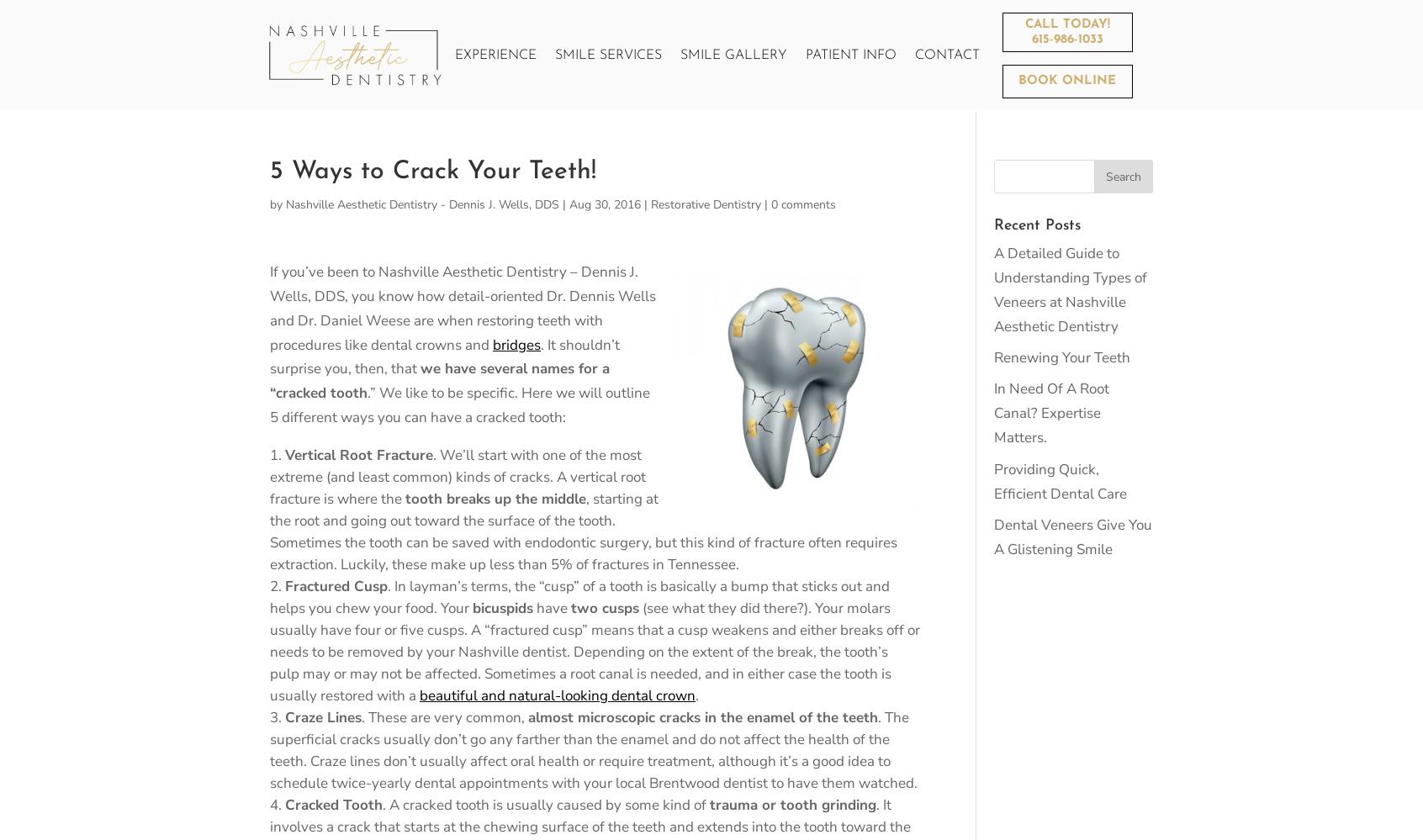 The height and width of the screenshot is (840, 1423). Describe the element at coordinates (333, 804) in the screenshot. I see `'Cracked Tooth'` at that location.